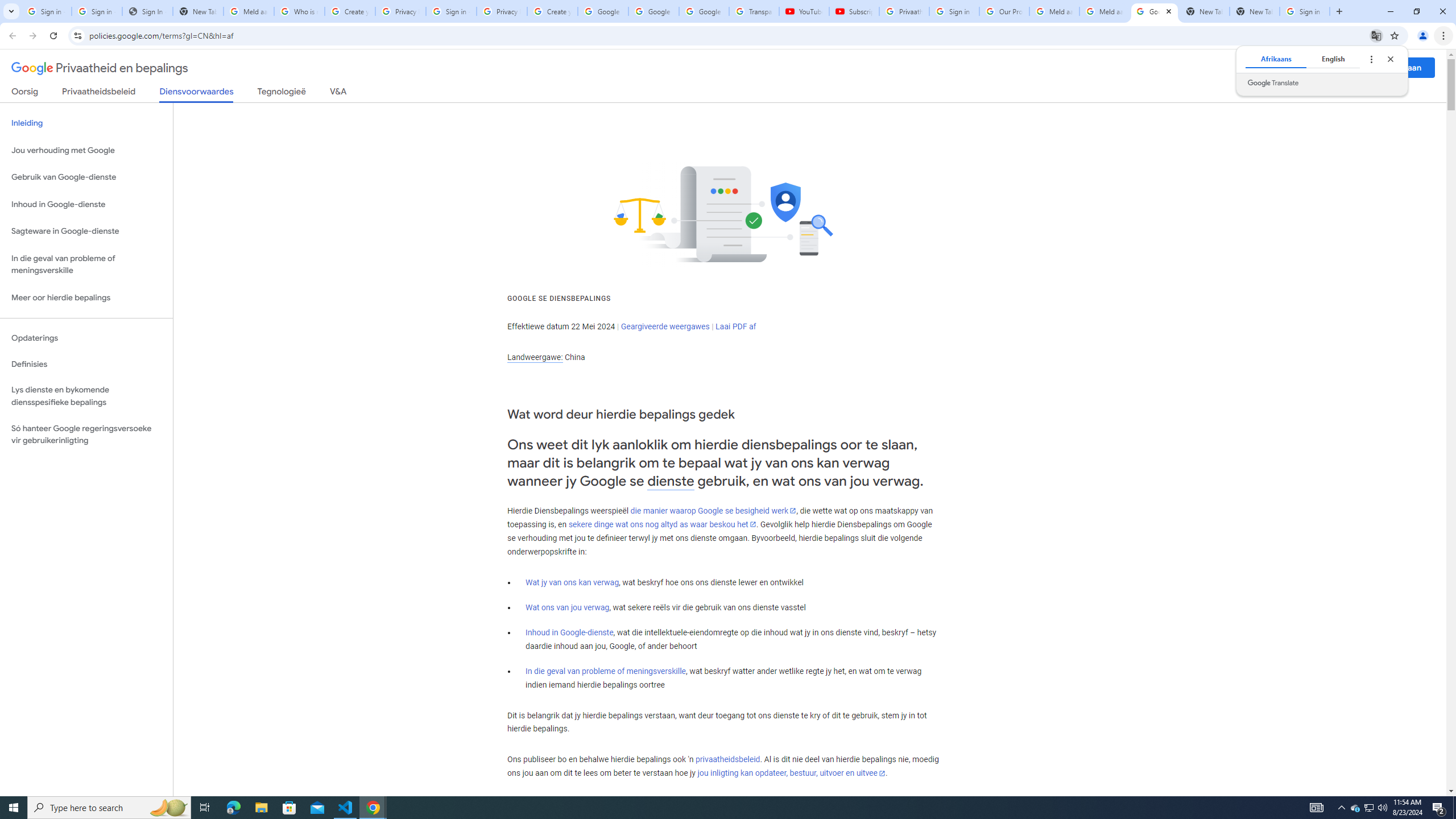 This screenshot has width=1456, height=819. What do you see at coordinates (1370, 59) in the screenshot?
I see `'Translate options'` at bounding box center [1370, 59].